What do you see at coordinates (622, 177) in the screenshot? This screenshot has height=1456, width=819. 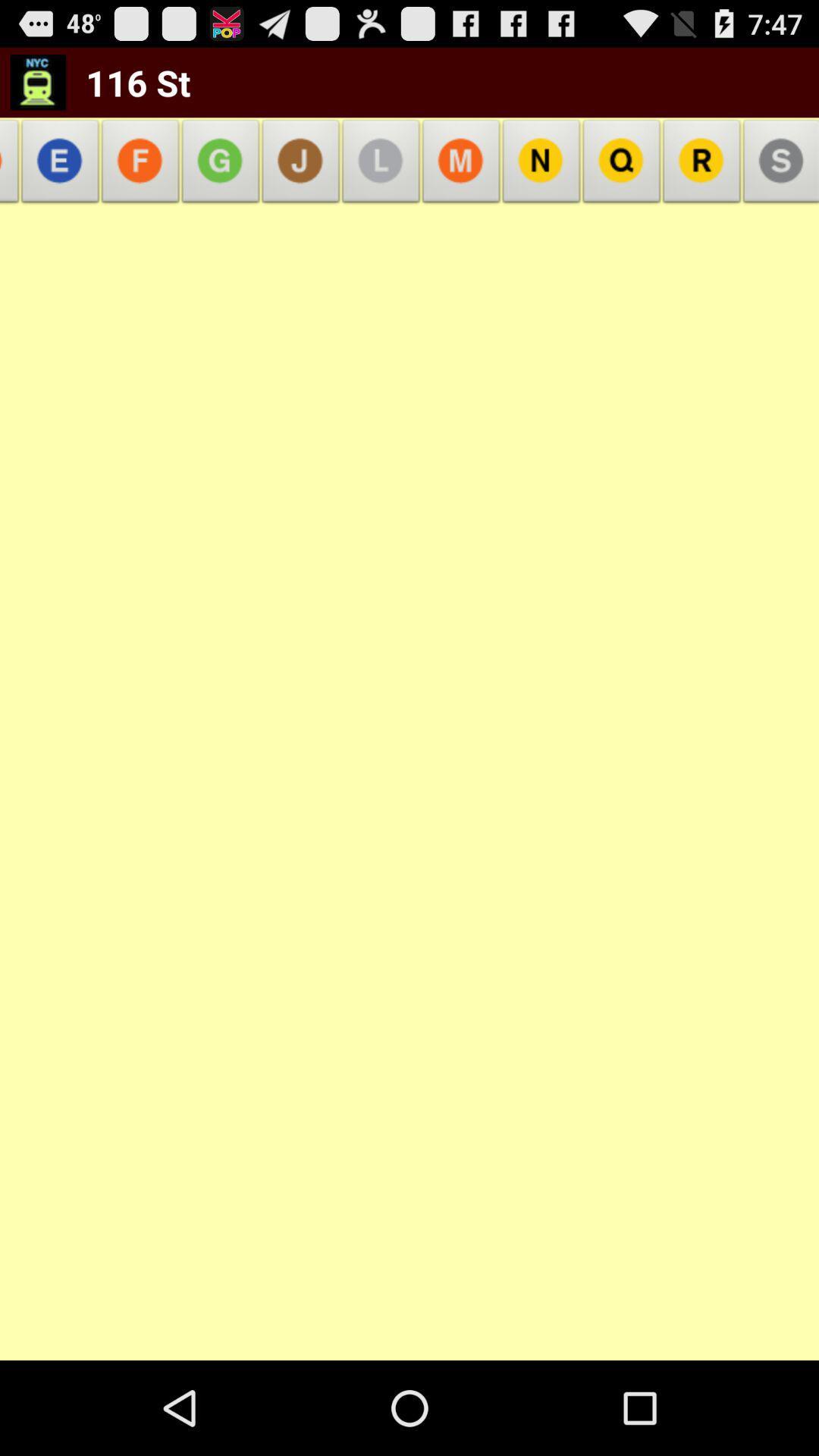 I see `the search icon` at bounding box center [622, 177].